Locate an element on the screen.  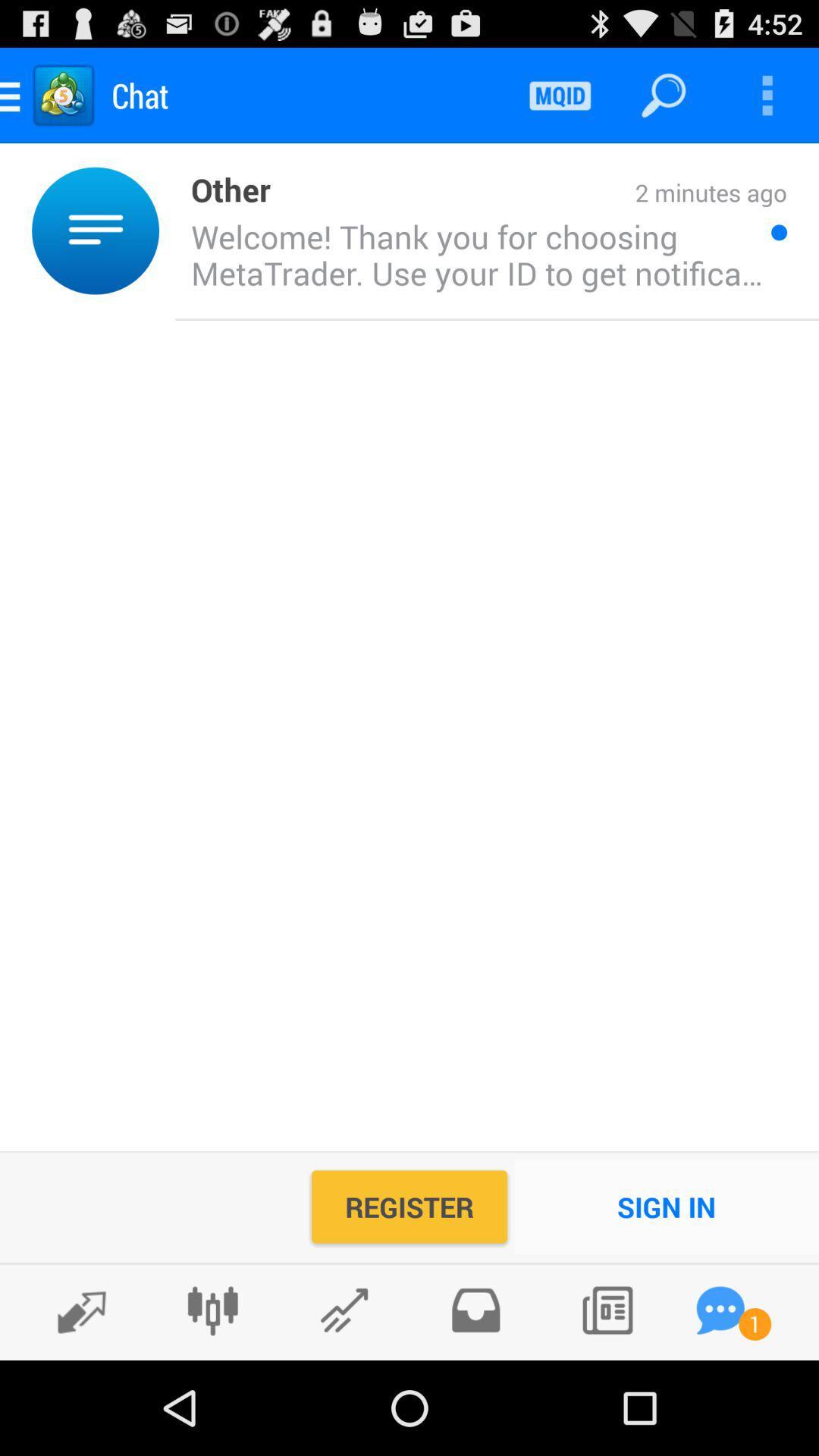
sign in icon is located at coordinates (666, 1206).